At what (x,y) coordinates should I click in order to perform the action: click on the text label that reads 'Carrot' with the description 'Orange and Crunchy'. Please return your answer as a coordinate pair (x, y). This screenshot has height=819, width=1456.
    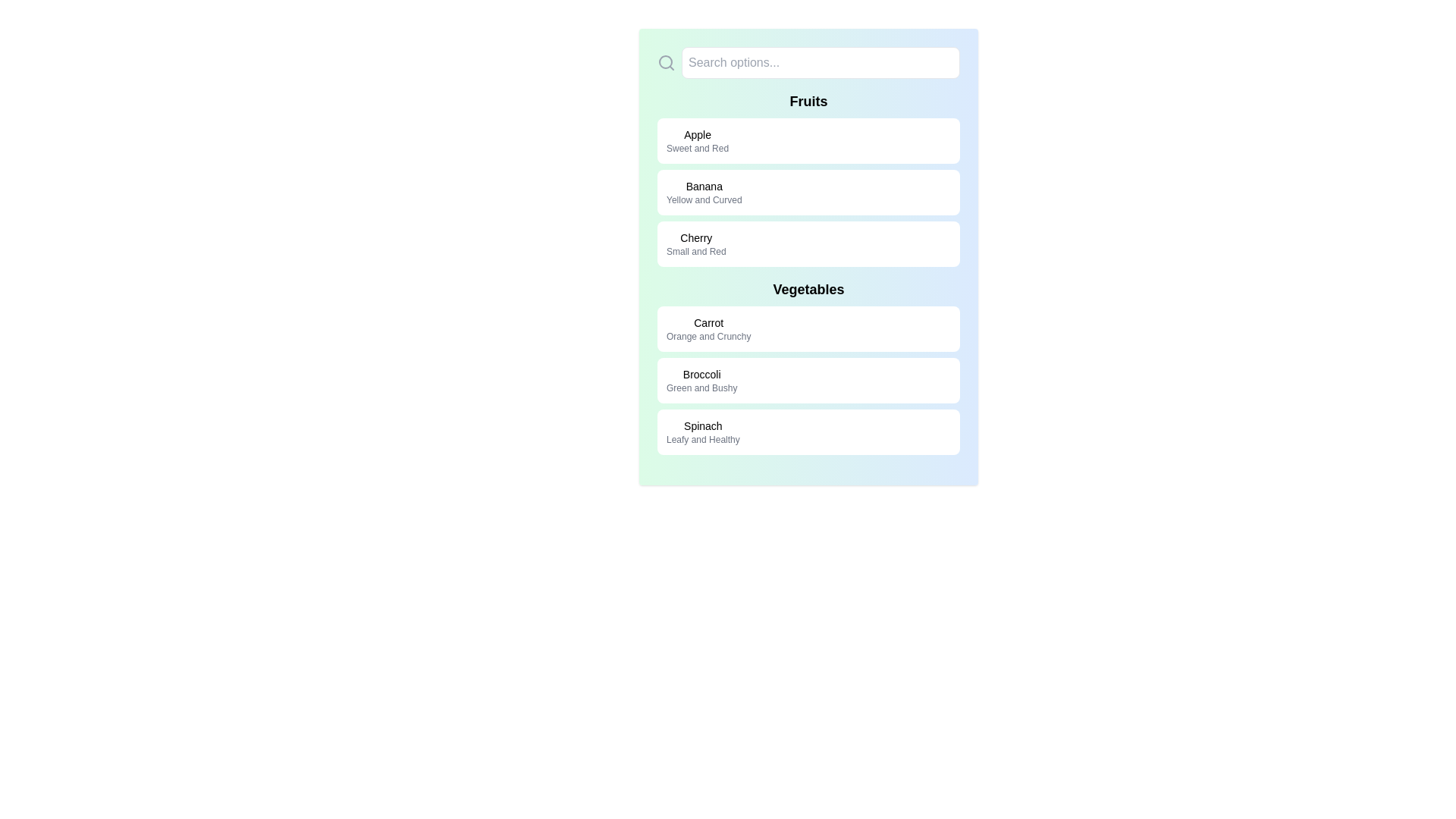
    Looking at the image, I should click on (708, 328).